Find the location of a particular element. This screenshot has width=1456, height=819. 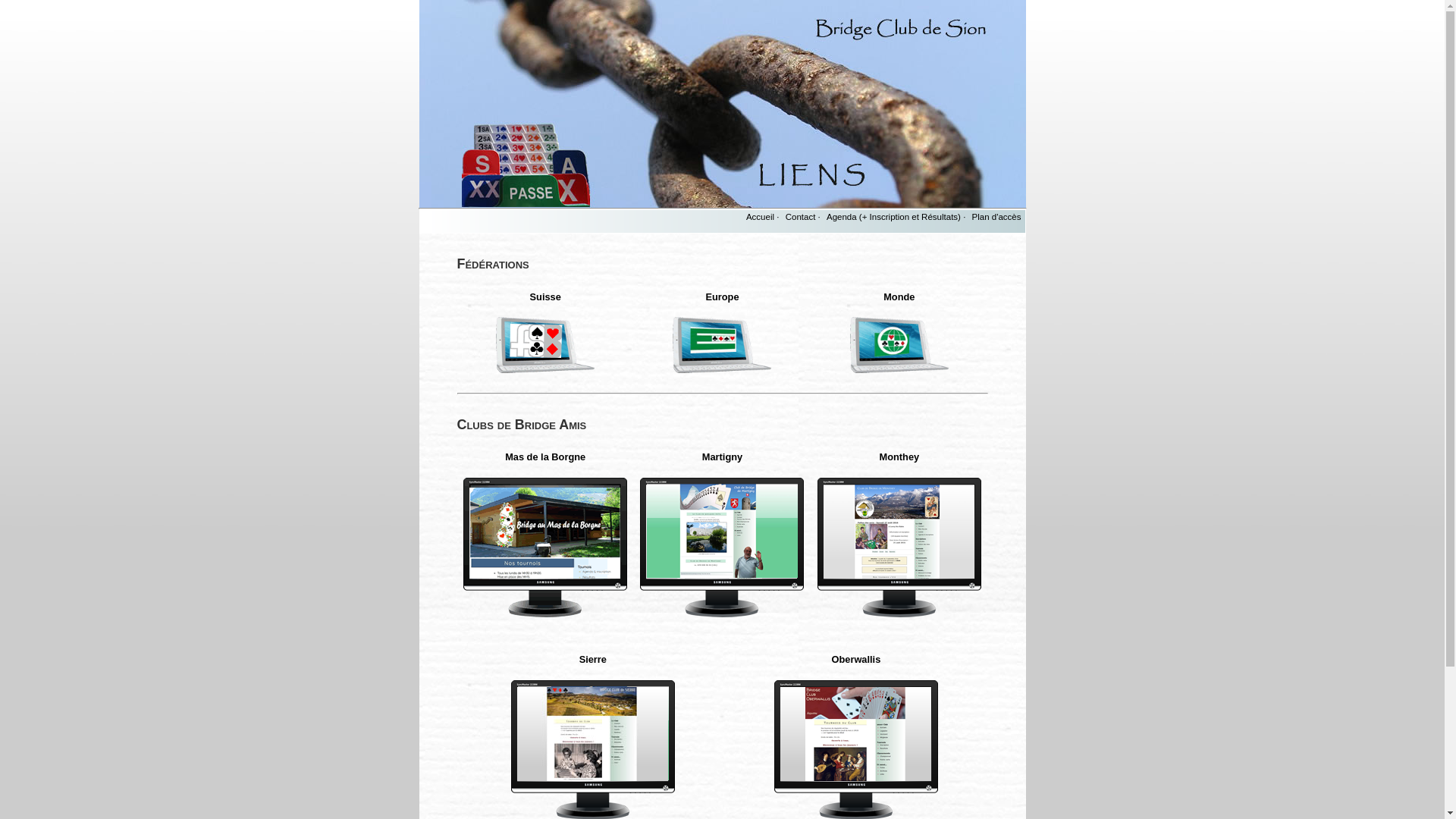

' World Bridge Federation ' is located at coordinates (899, 344).